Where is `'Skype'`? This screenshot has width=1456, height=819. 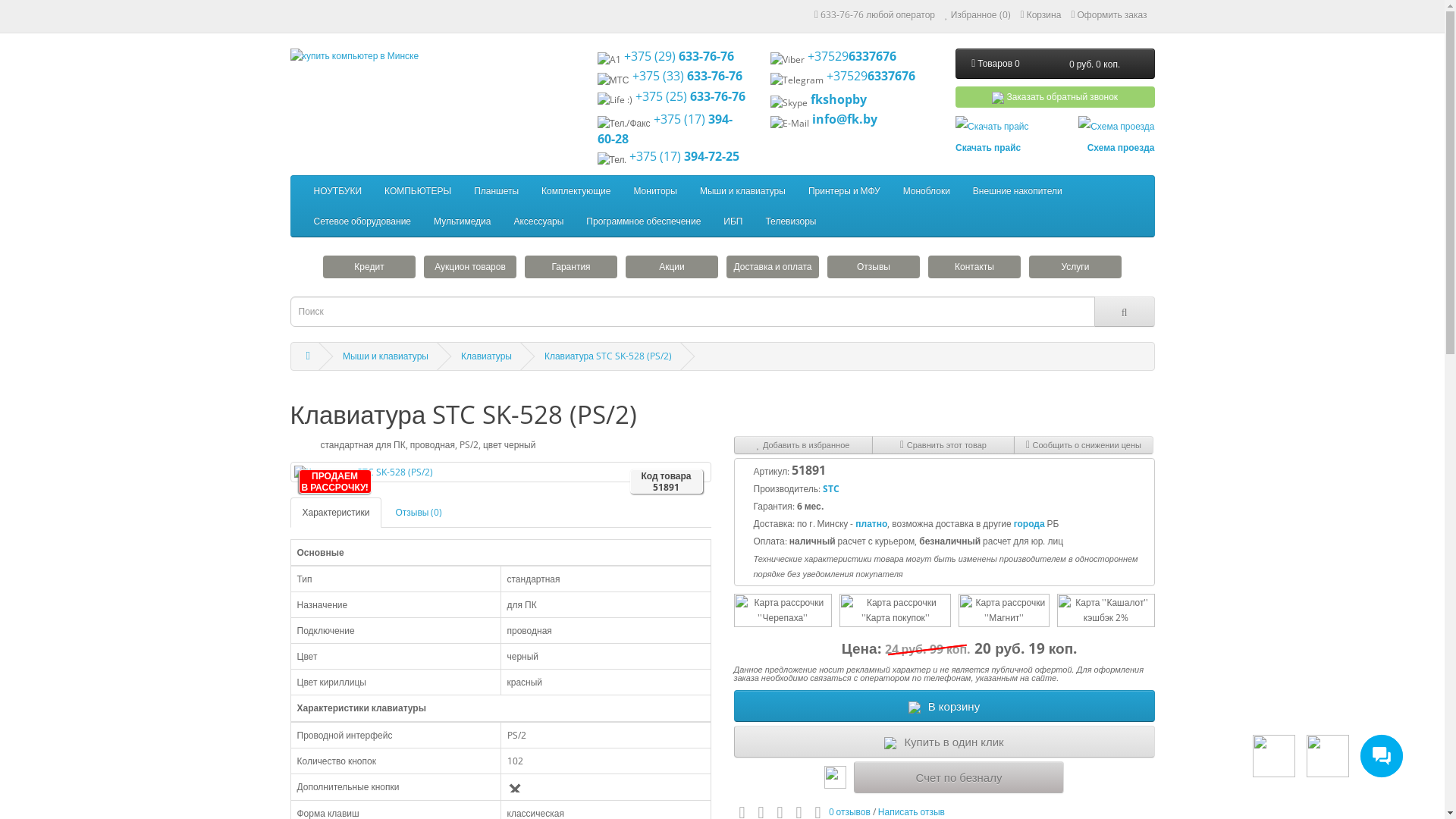
'Skype' is located at coordinates (789, 102).